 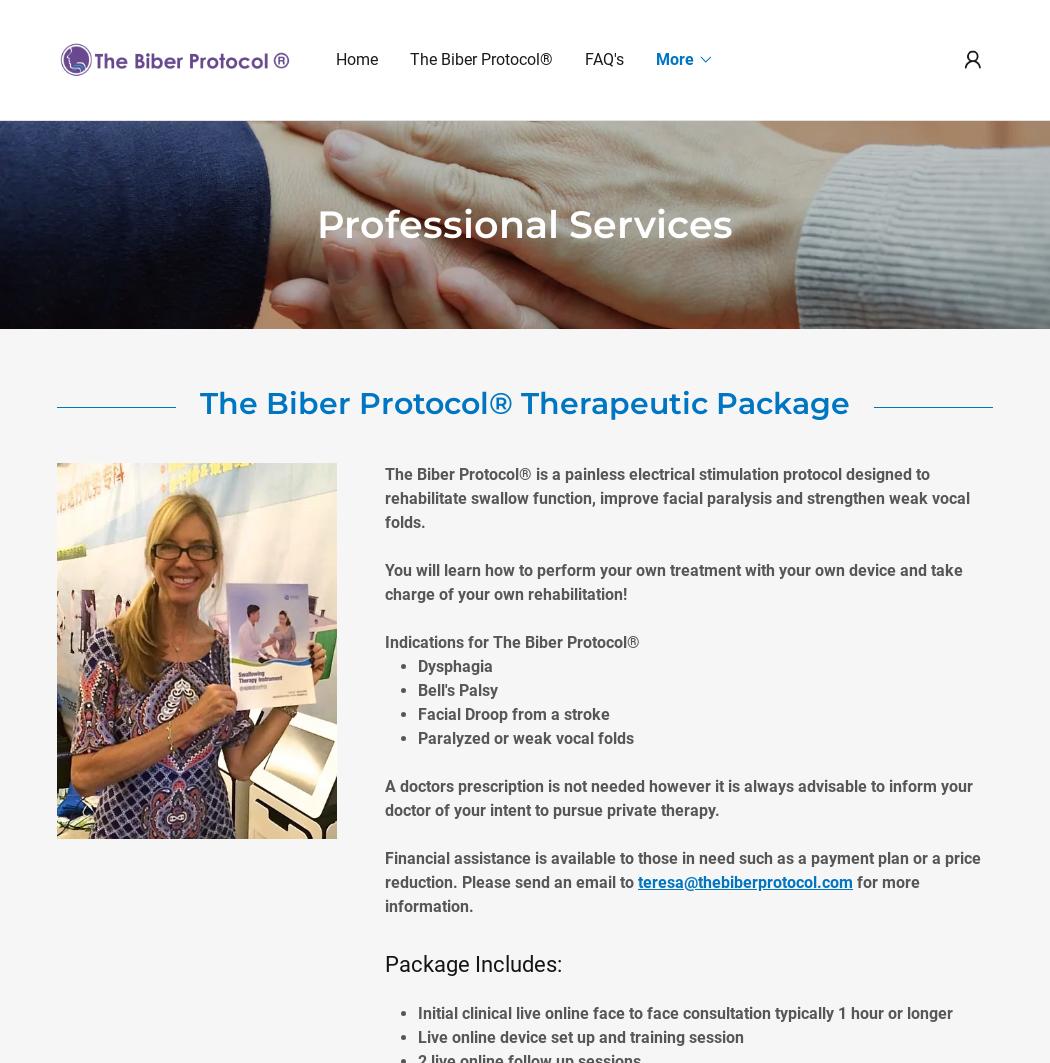 What do you see at coordinates (356, 59) in the screenshot?
I see `'Home'` at bounding box center [356, 59].